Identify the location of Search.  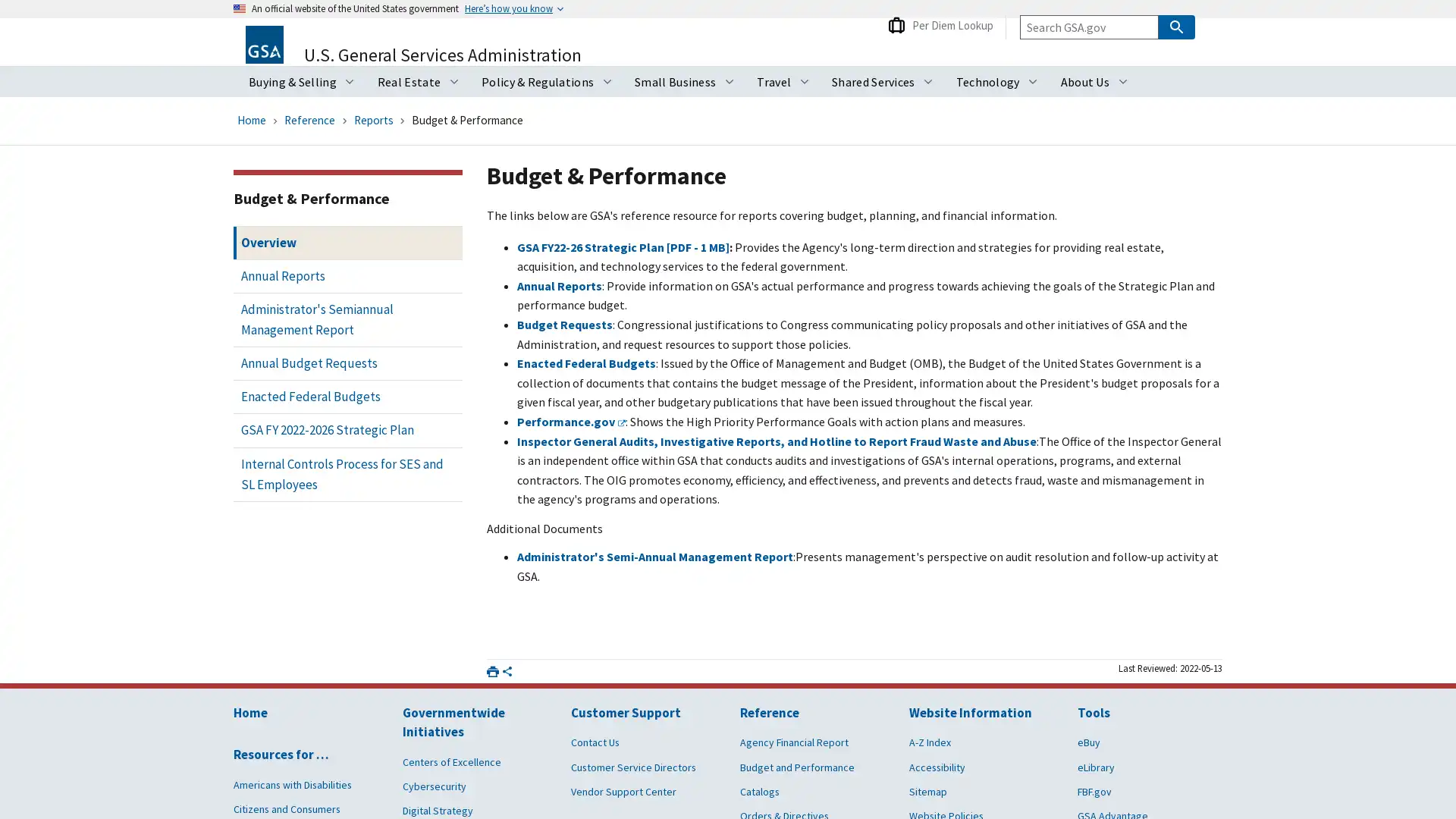
(1175, 52).